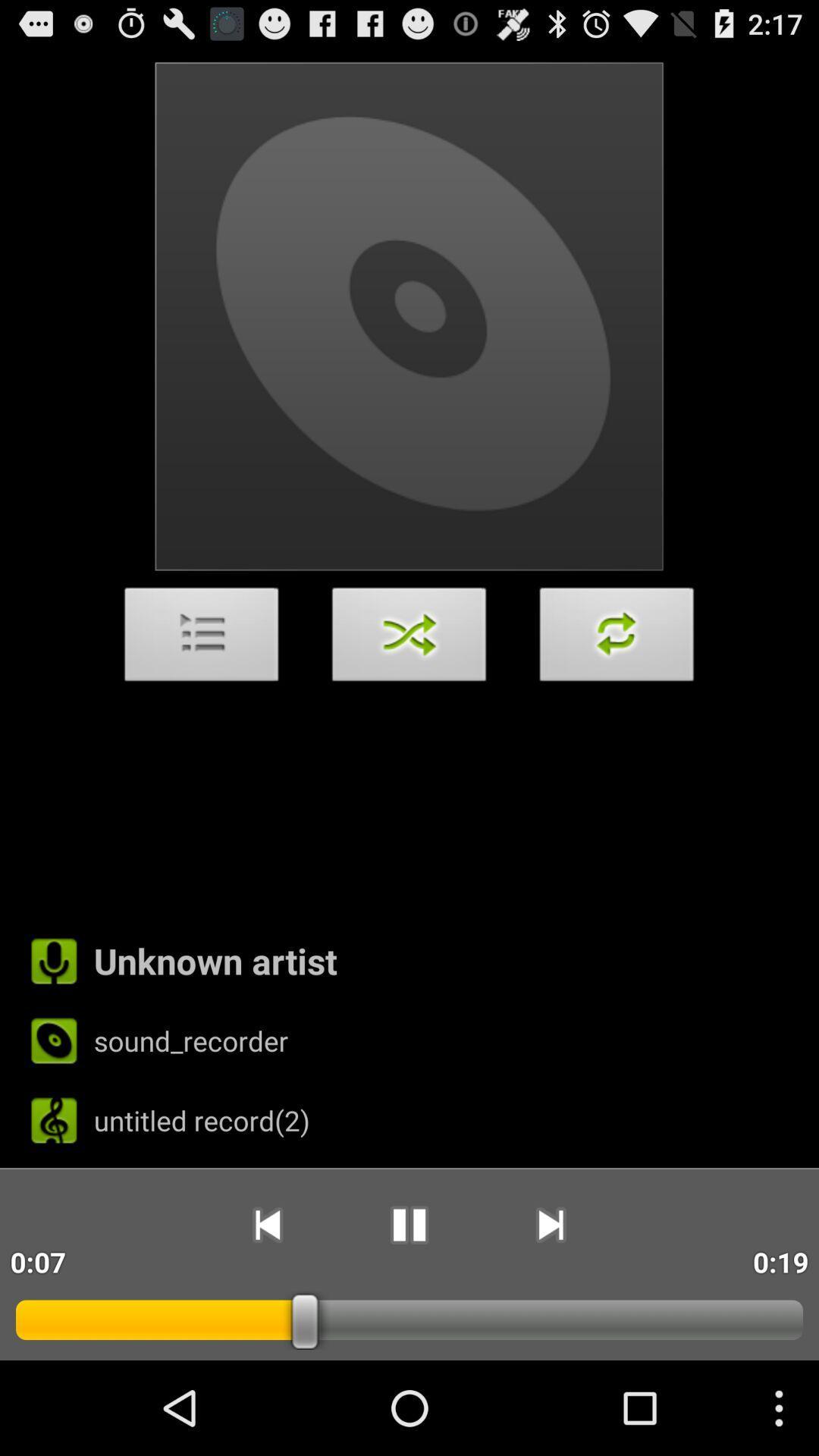 Image resolution: width=819 pixels, height=1456 pixels. I want to click on the skip_next icon, so click(551, 1310).